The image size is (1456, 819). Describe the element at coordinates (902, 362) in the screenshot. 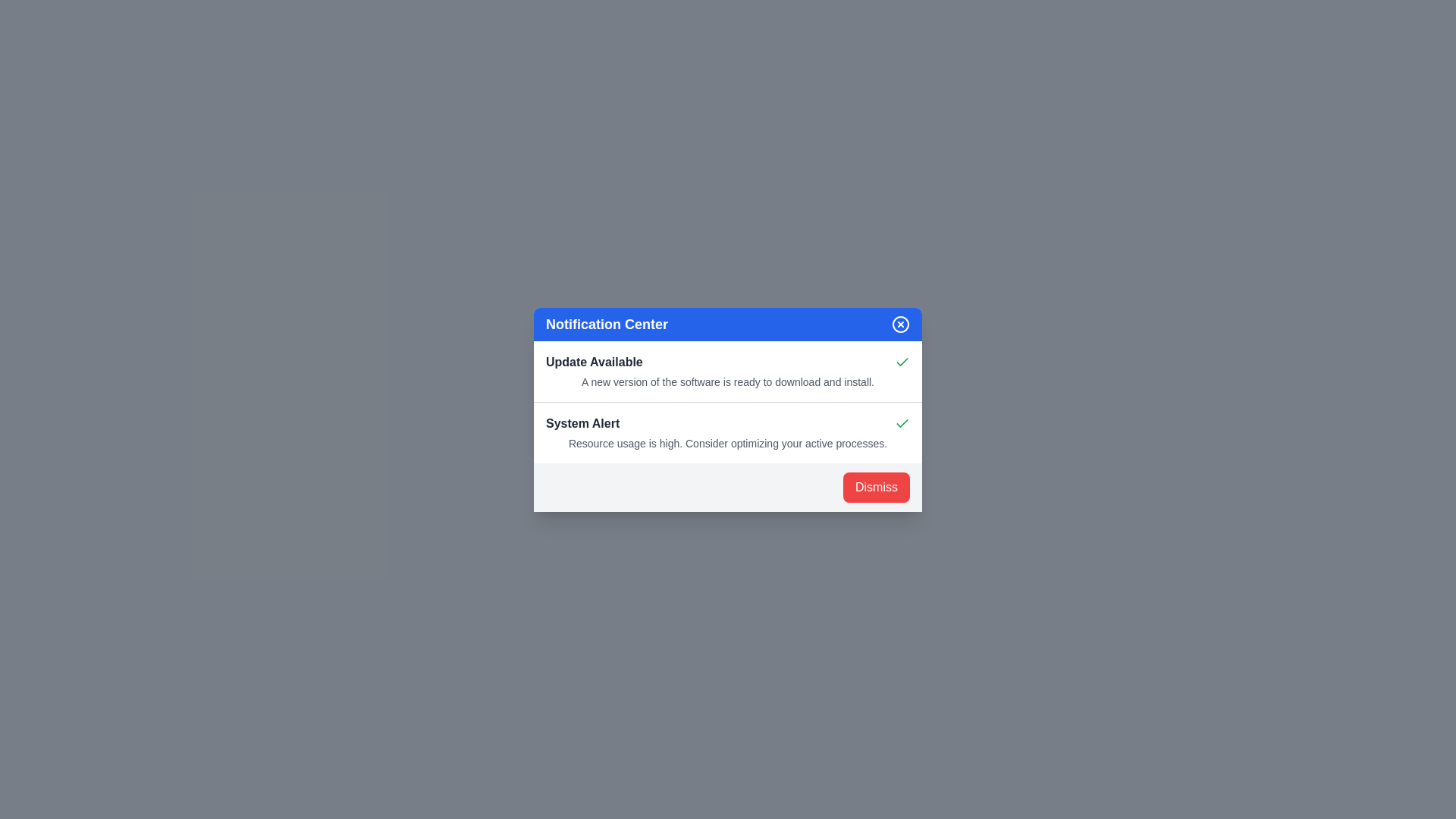

I see `the icon associated with the notification to observe its details` at that location.